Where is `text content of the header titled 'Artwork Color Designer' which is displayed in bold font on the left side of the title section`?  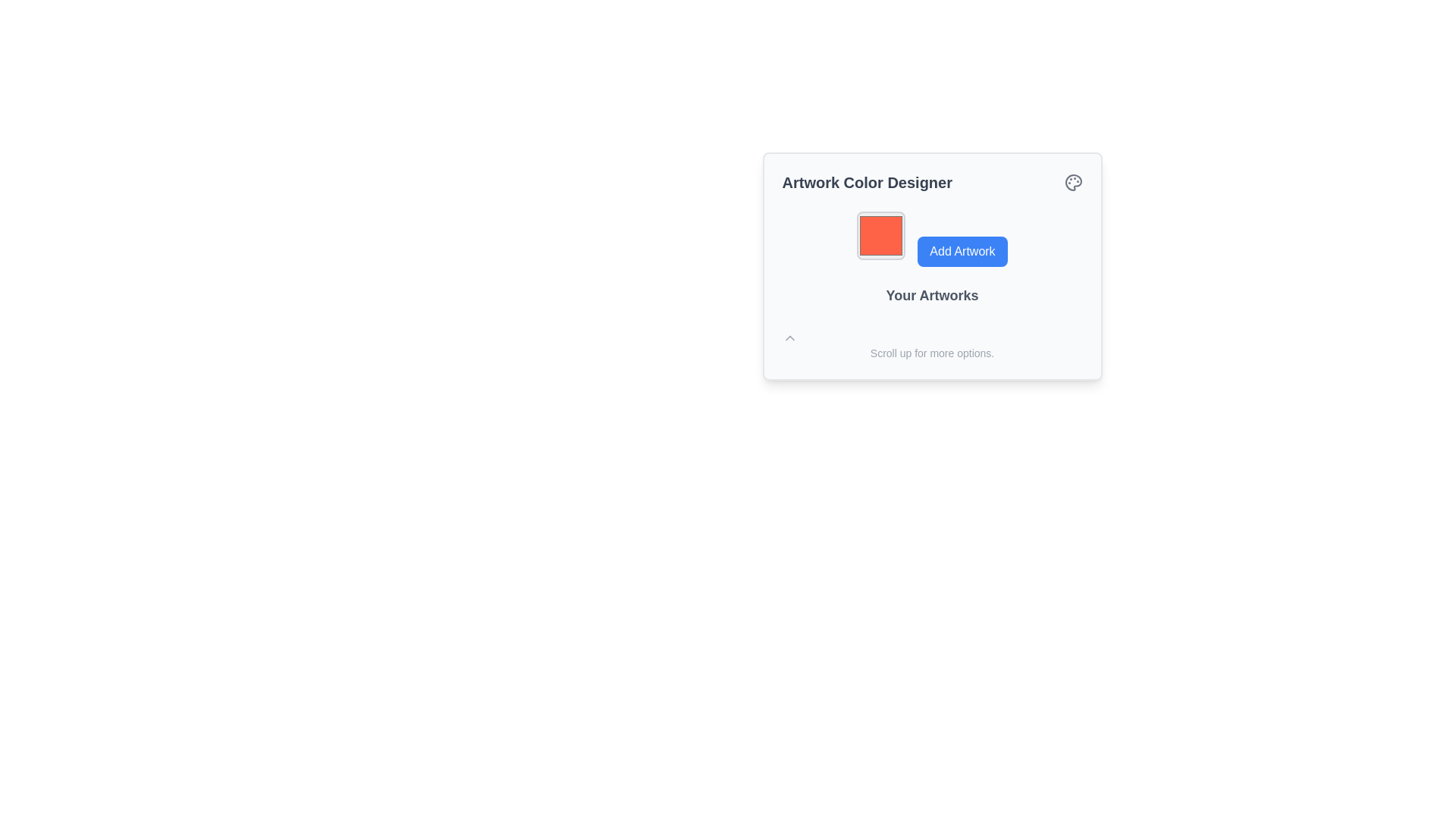
text content of the header titled 'Artwork Color Designer' which is displayed in bold font on the left side of the title section is located at coordinates (931, 181).